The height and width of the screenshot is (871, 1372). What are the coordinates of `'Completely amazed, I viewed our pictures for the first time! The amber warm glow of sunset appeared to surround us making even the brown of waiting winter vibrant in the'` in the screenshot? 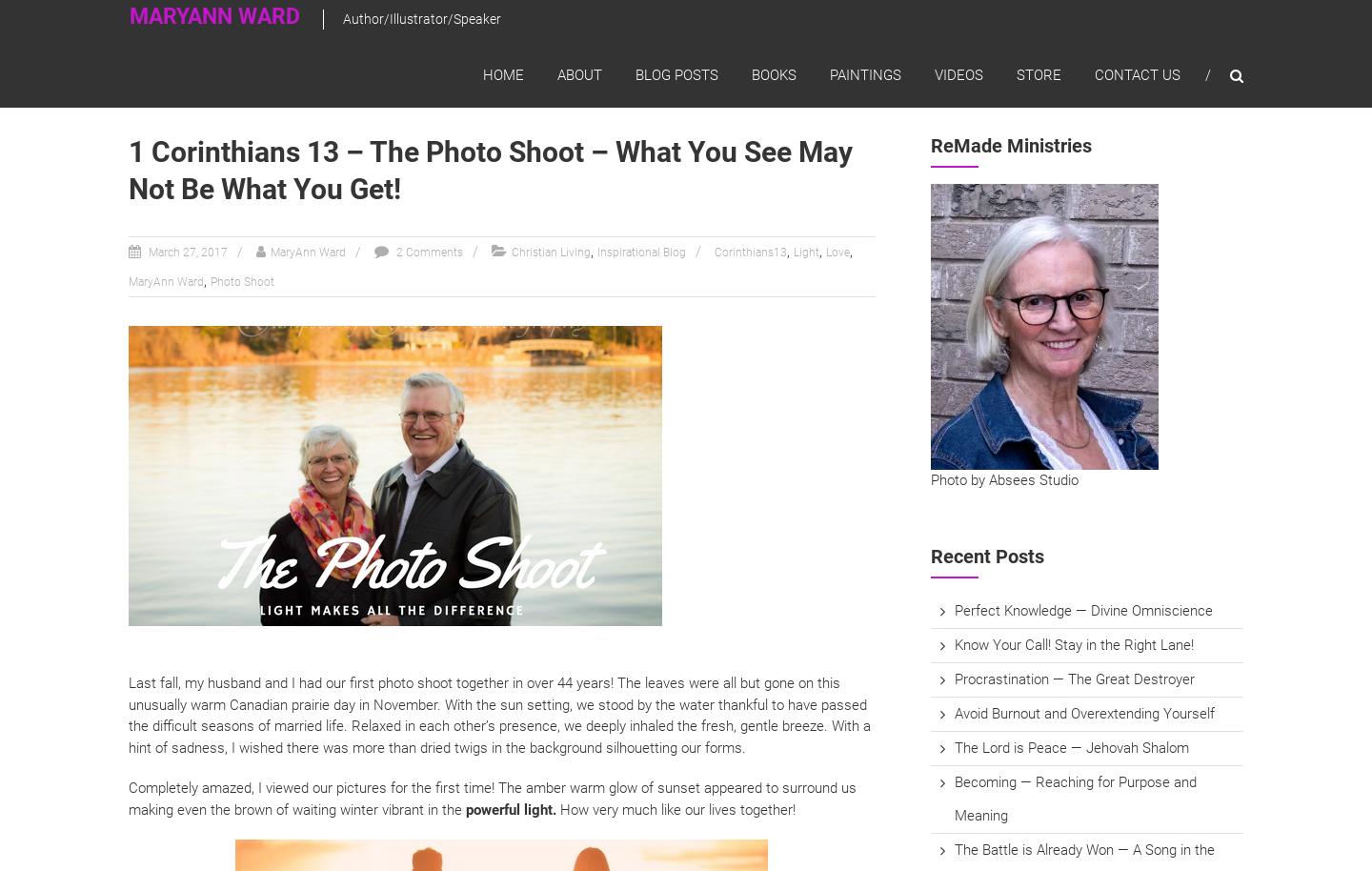 It's located at (491, 798).